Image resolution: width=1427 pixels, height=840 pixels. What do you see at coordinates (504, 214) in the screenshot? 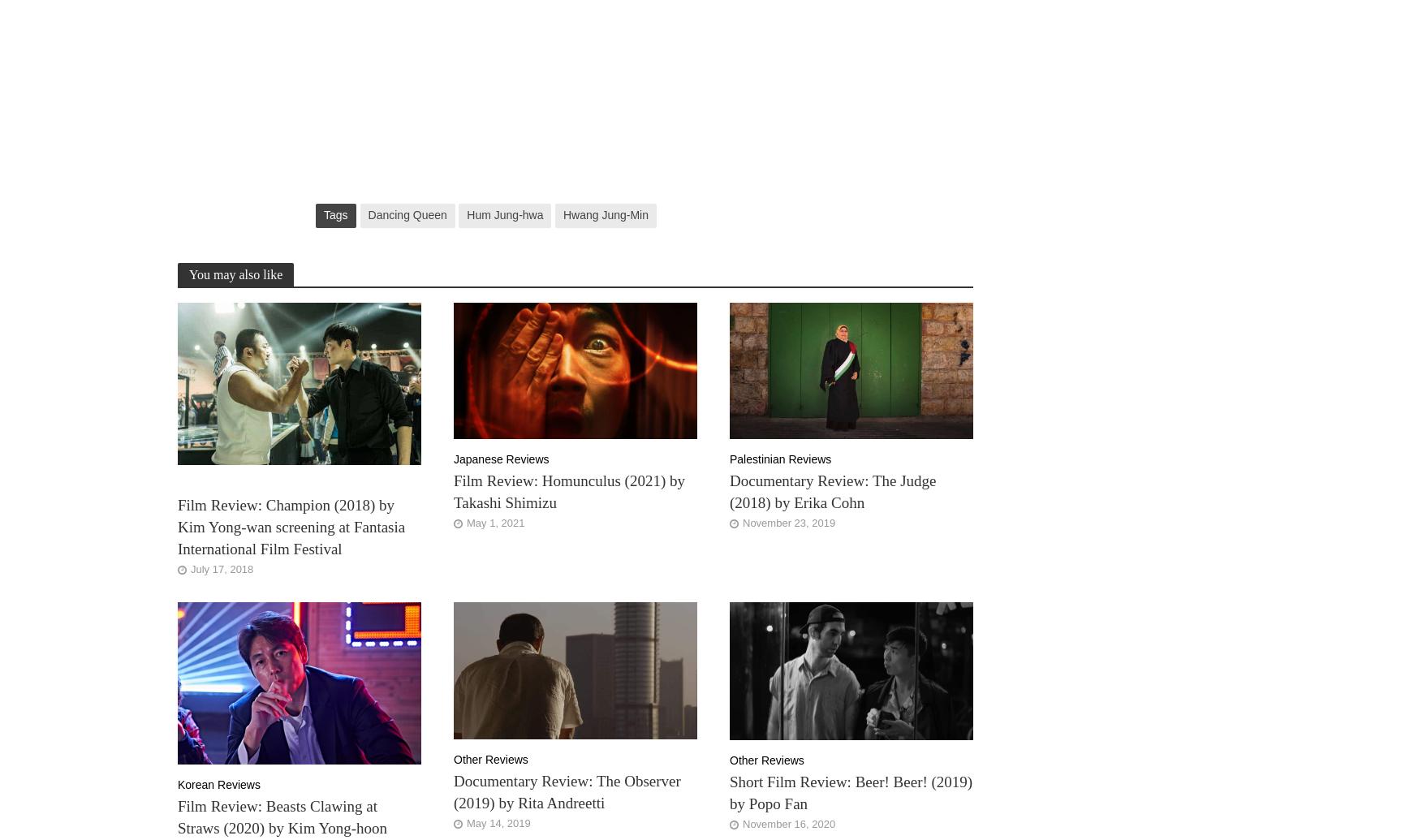
I see `'Hum Jung-hwa'` at bounding box center [504, 214].